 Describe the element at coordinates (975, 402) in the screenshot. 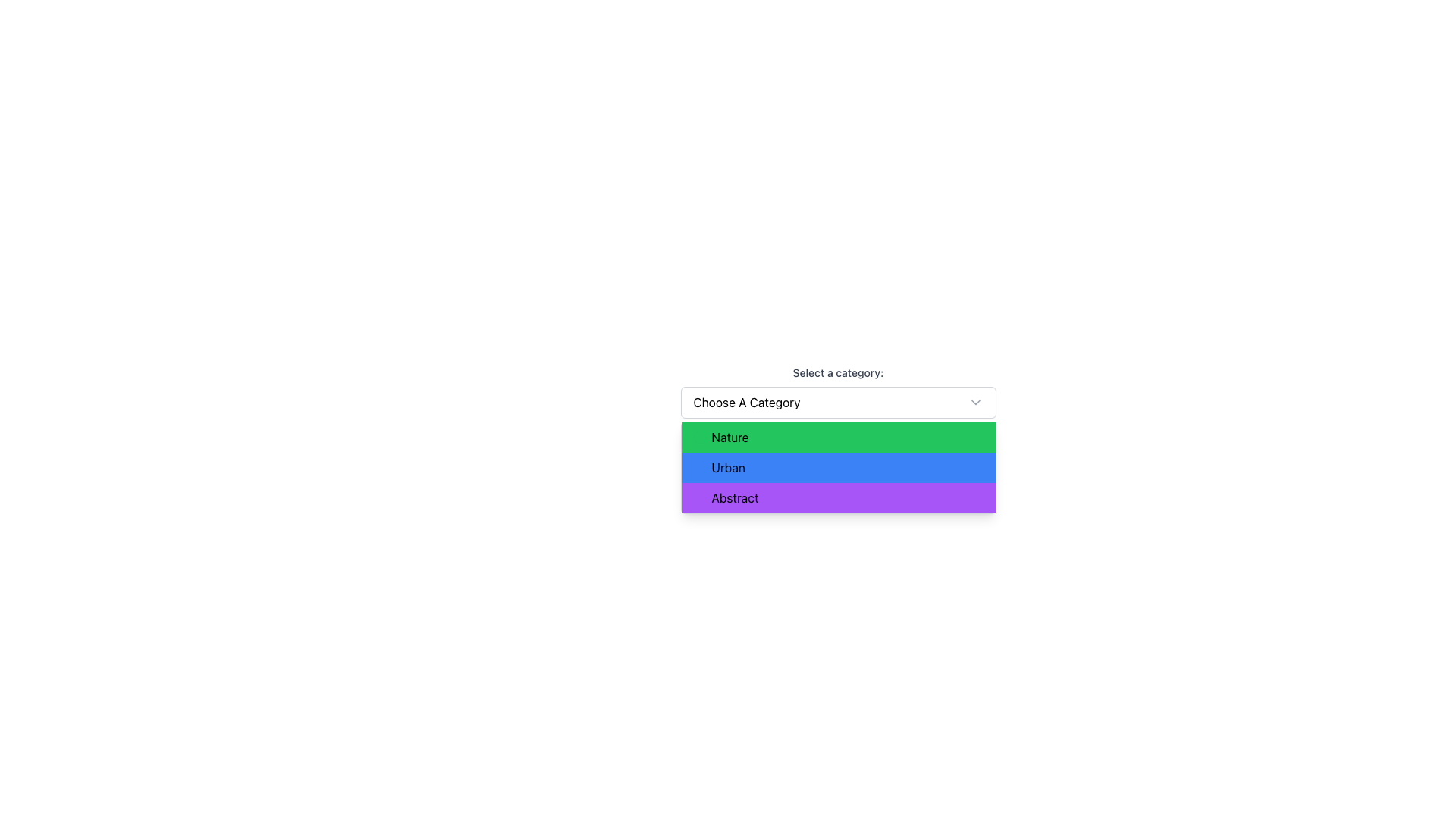

I see `the downward-facing chevron icon located on the right side of the dropdown field in the 'Choose a category' section to navigate through options` at that location.